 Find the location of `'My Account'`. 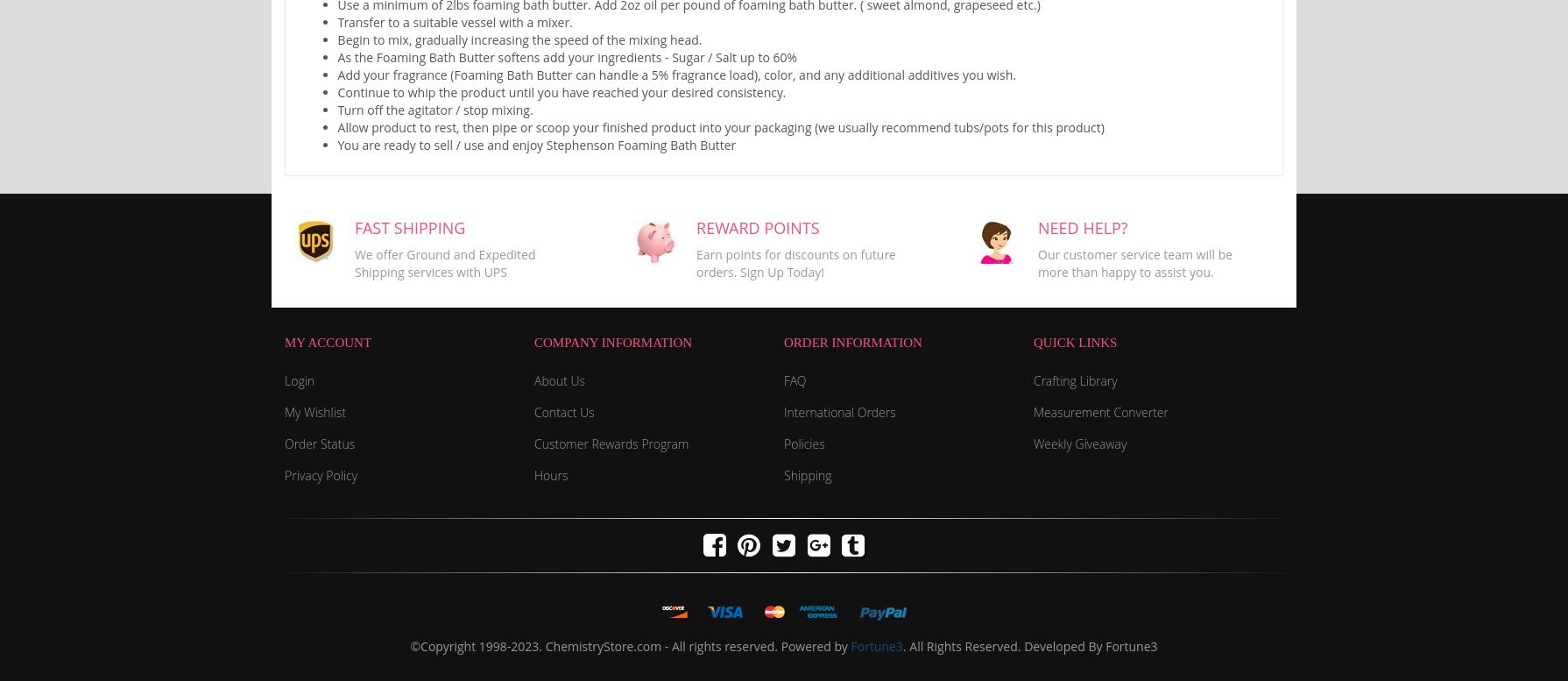

'My Account' is located at coordinates (328, 340).